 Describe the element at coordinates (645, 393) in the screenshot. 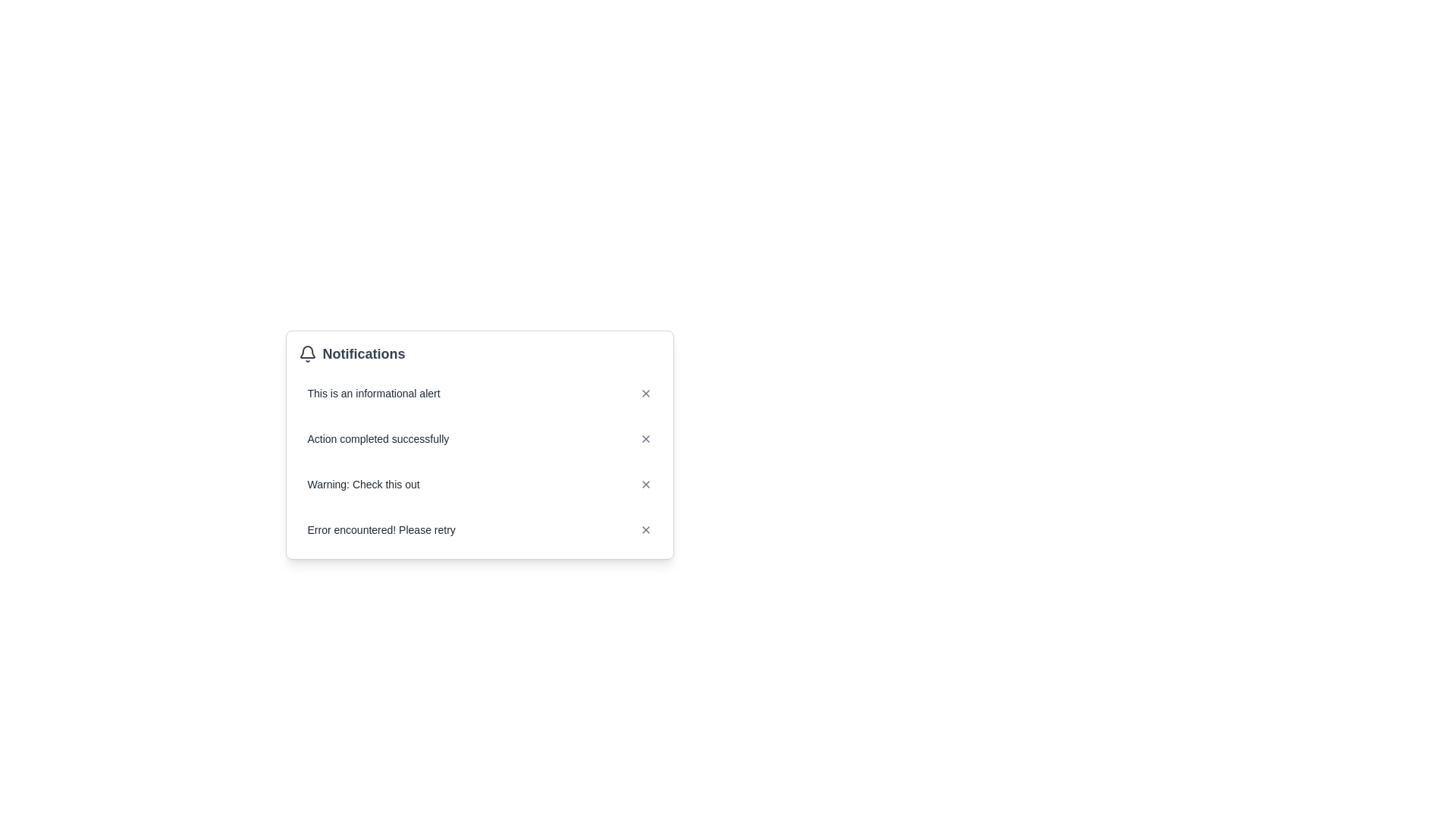

I see `the 'X' icon button next to the text 'This is an informational alert' to change its color to a darker shade` at that location.